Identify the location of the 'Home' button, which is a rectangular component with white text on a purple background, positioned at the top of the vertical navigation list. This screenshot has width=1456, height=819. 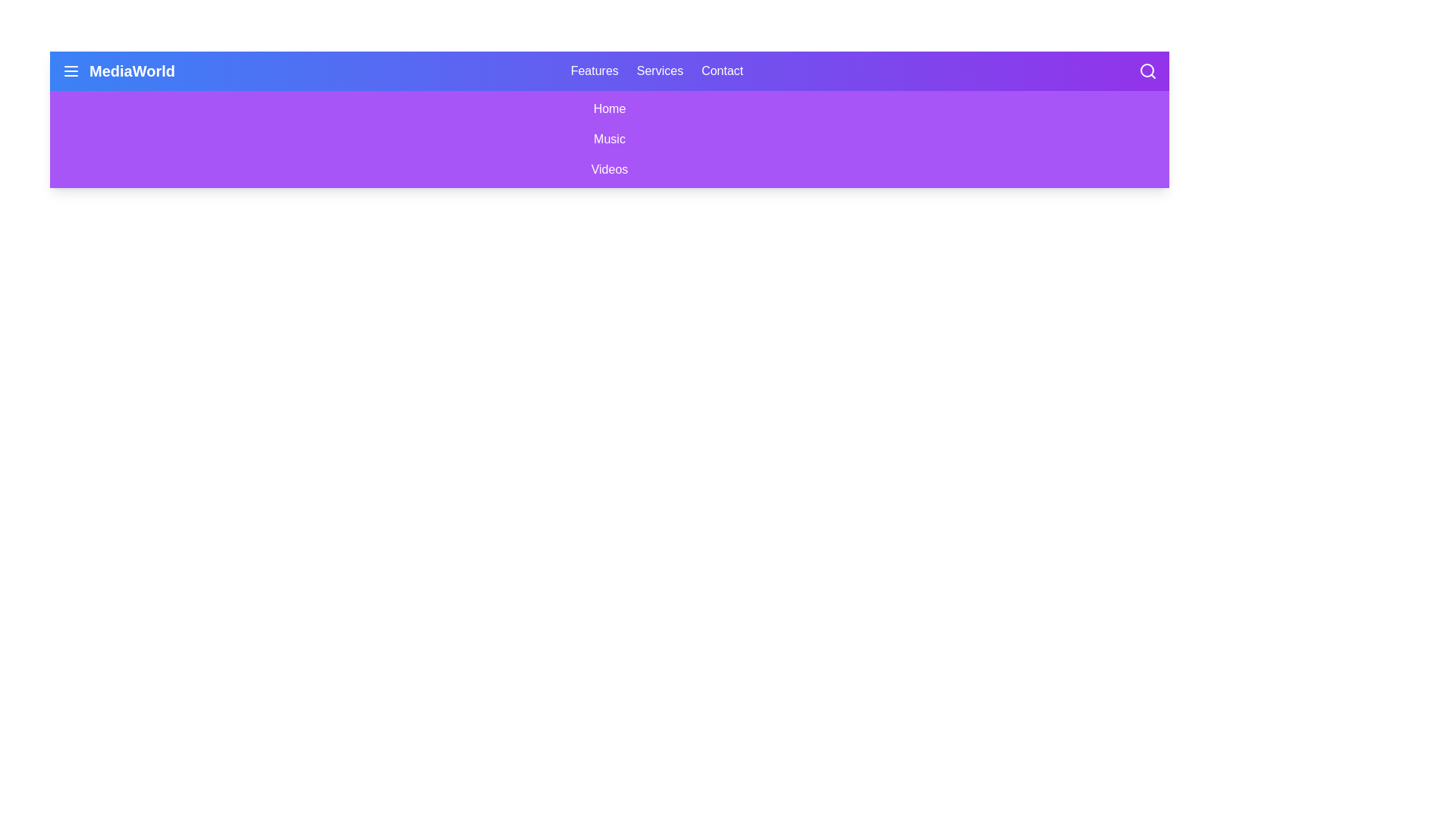
(610, 108).